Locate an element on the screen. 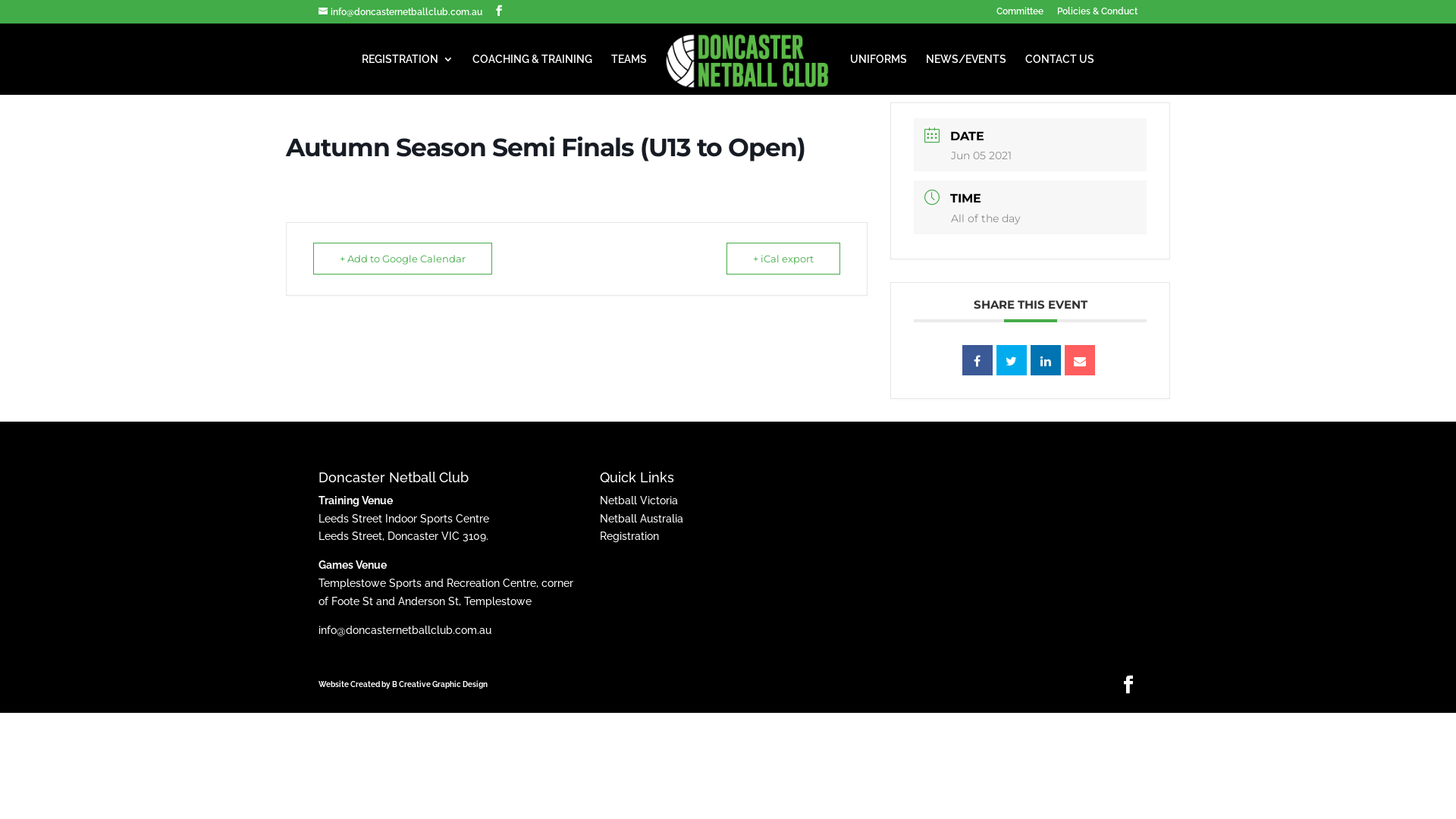 The image size is (1456, 819). 'info@doncasternetballclub.com.au' is located at coordinates (400, 11).